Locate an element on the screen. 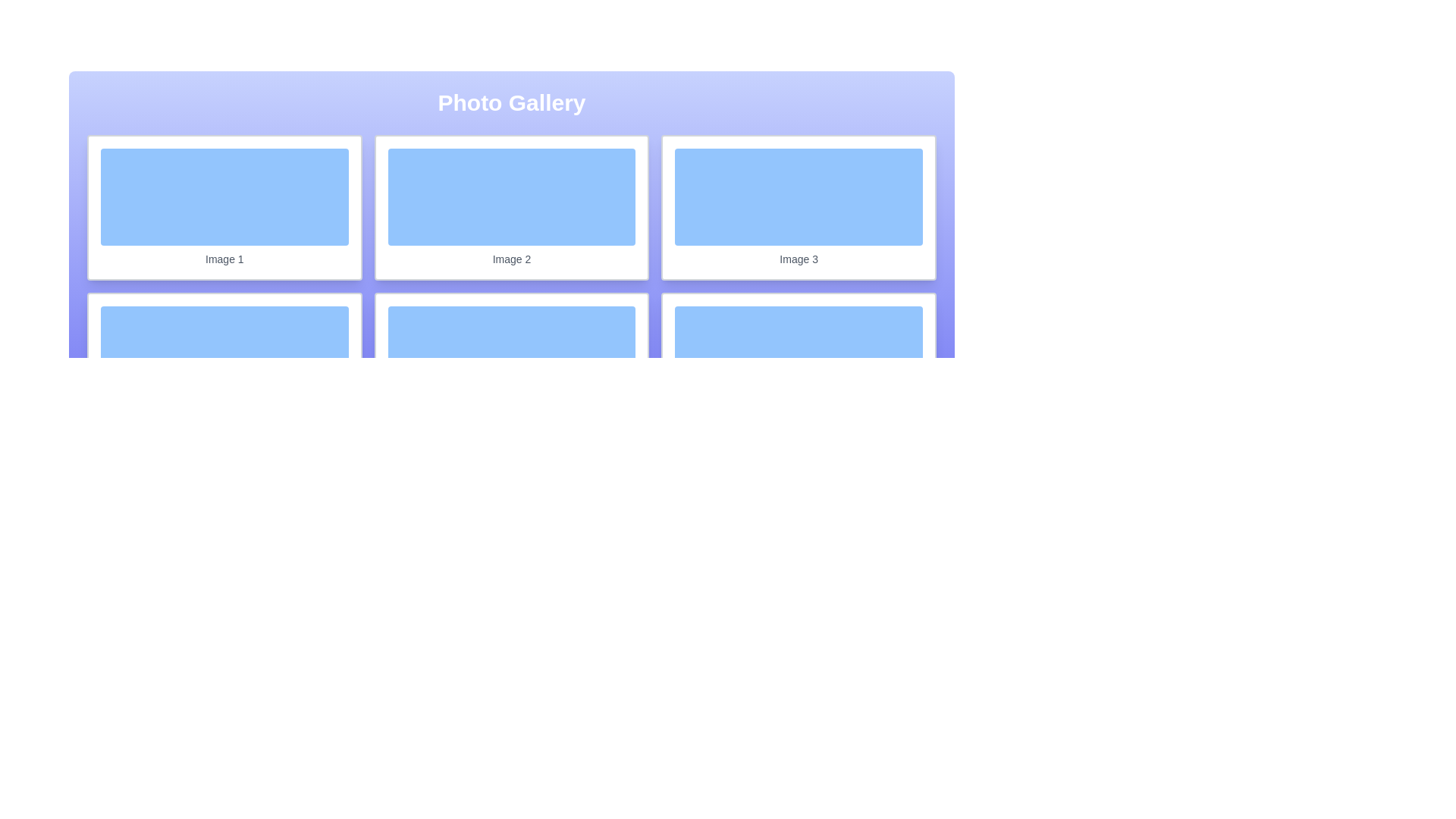  the fifth image widget in the gallery is located at coordinates (512, 366).